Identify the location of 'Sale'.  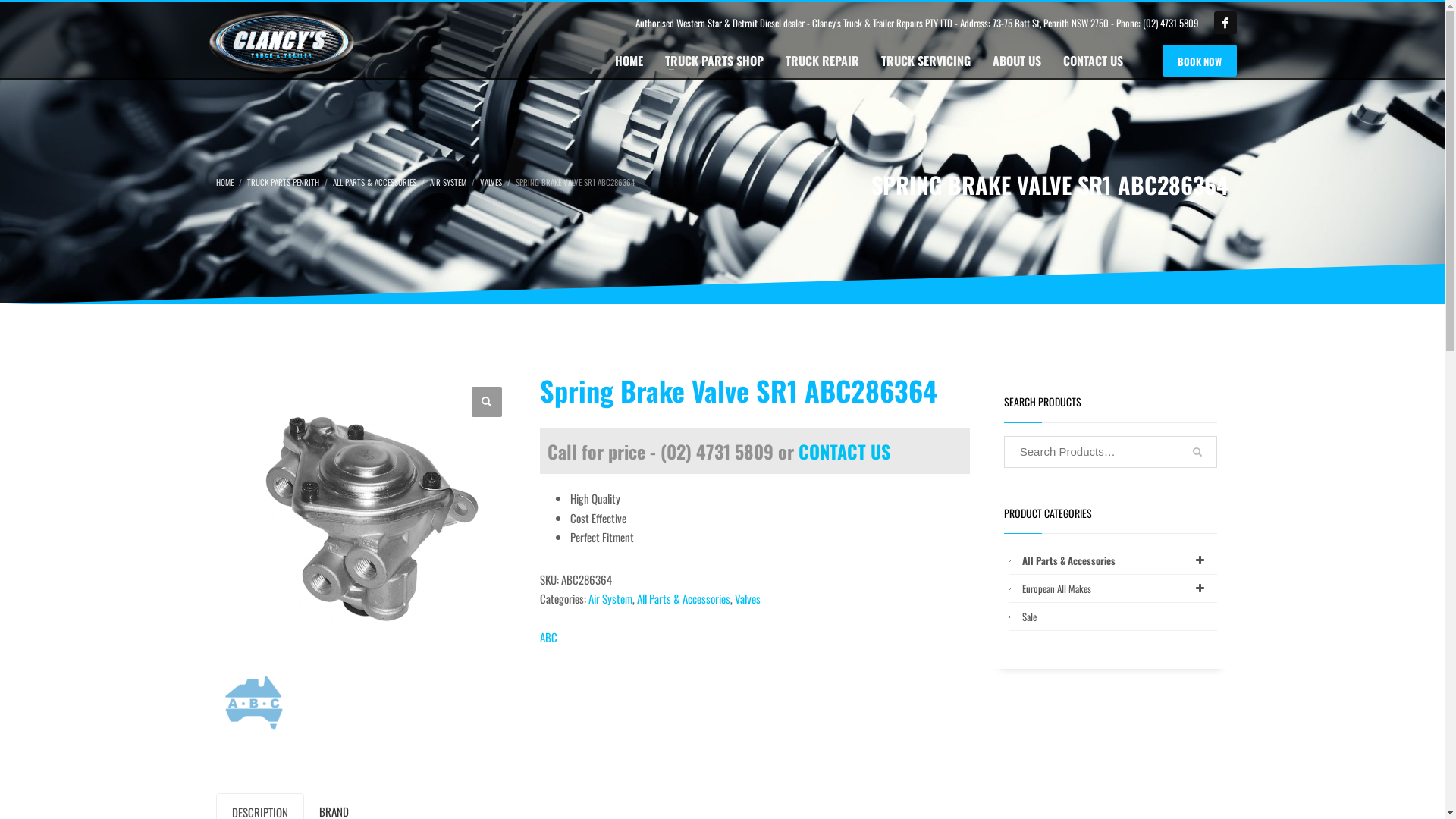
(1018, 617).